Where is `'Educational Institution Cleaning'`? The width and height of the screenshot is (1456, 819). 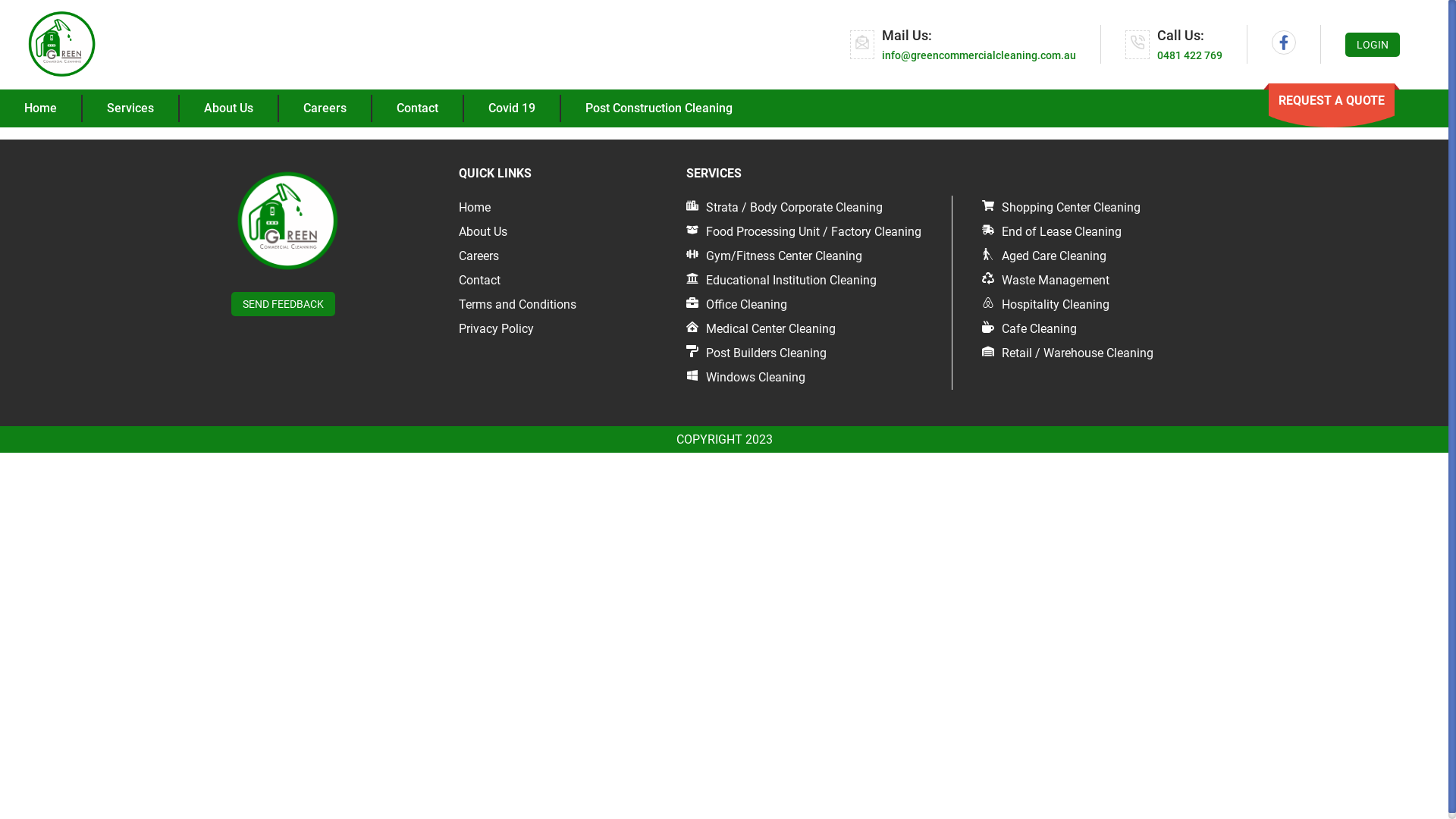 'Educational Institution Cleaning' is located at coordinates (781, 280).